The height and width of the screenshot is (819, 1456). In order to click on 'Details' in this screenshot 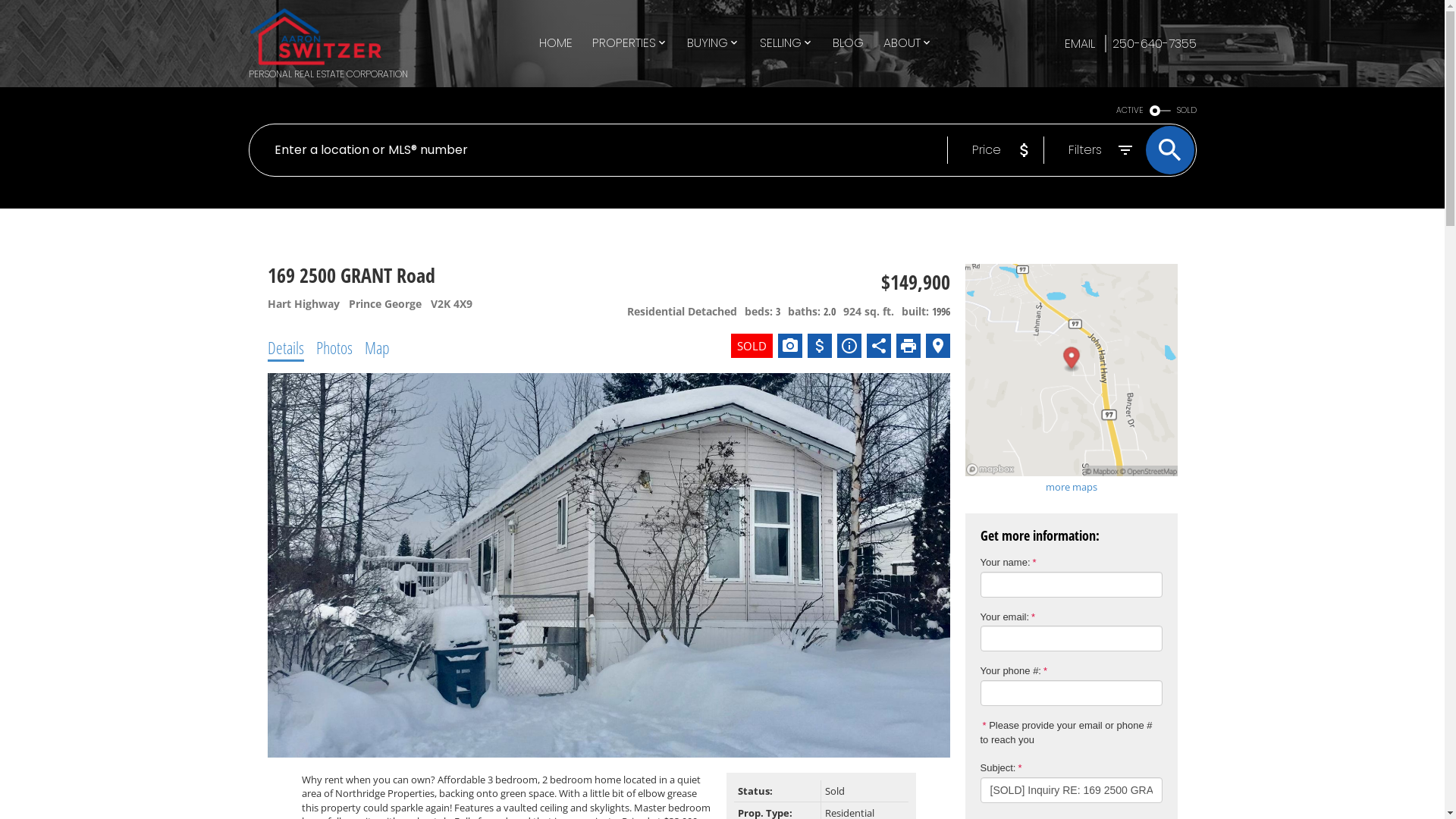, I will do `click(284, 347)`.